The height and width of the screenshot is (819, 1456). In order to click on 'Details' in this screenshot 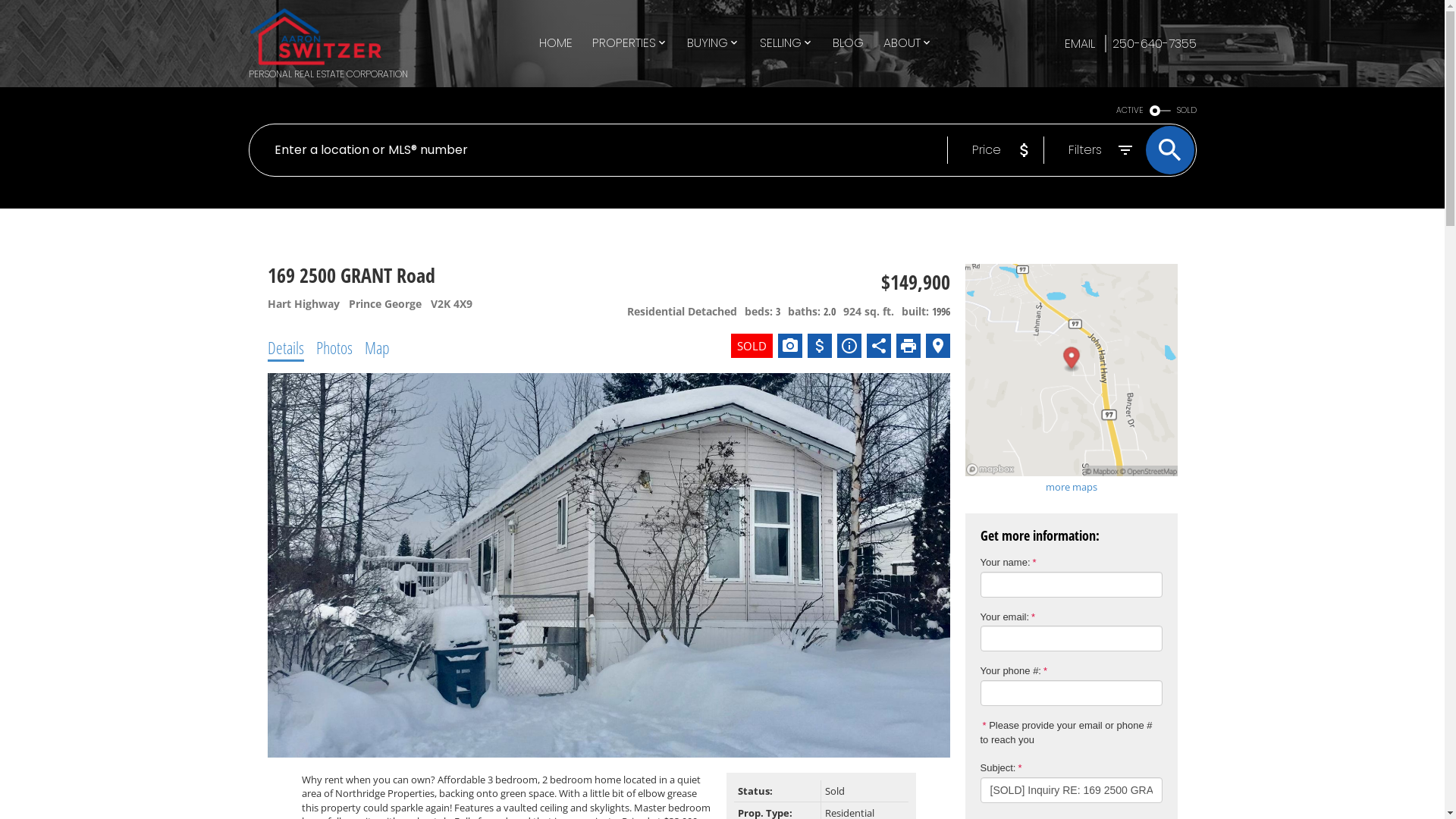, I will do `click(284, 347)`.